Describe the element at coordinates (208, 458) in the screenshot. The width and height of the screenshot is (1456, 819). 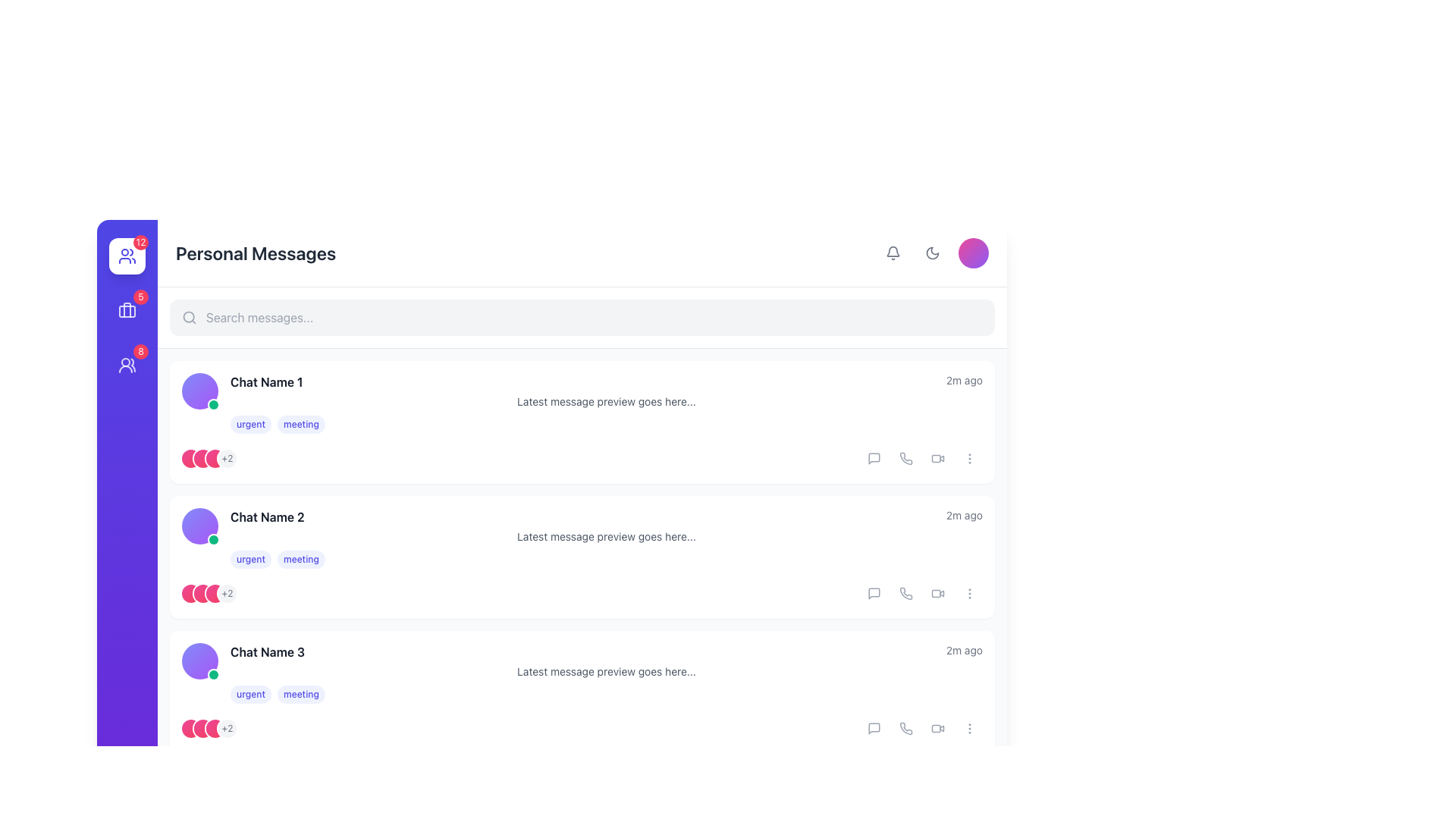
I see `text content of the Badge element, which has a light gray background and displays the text '+2', located in the left section of the chat entry for 'Chat Name 1'` at that location.